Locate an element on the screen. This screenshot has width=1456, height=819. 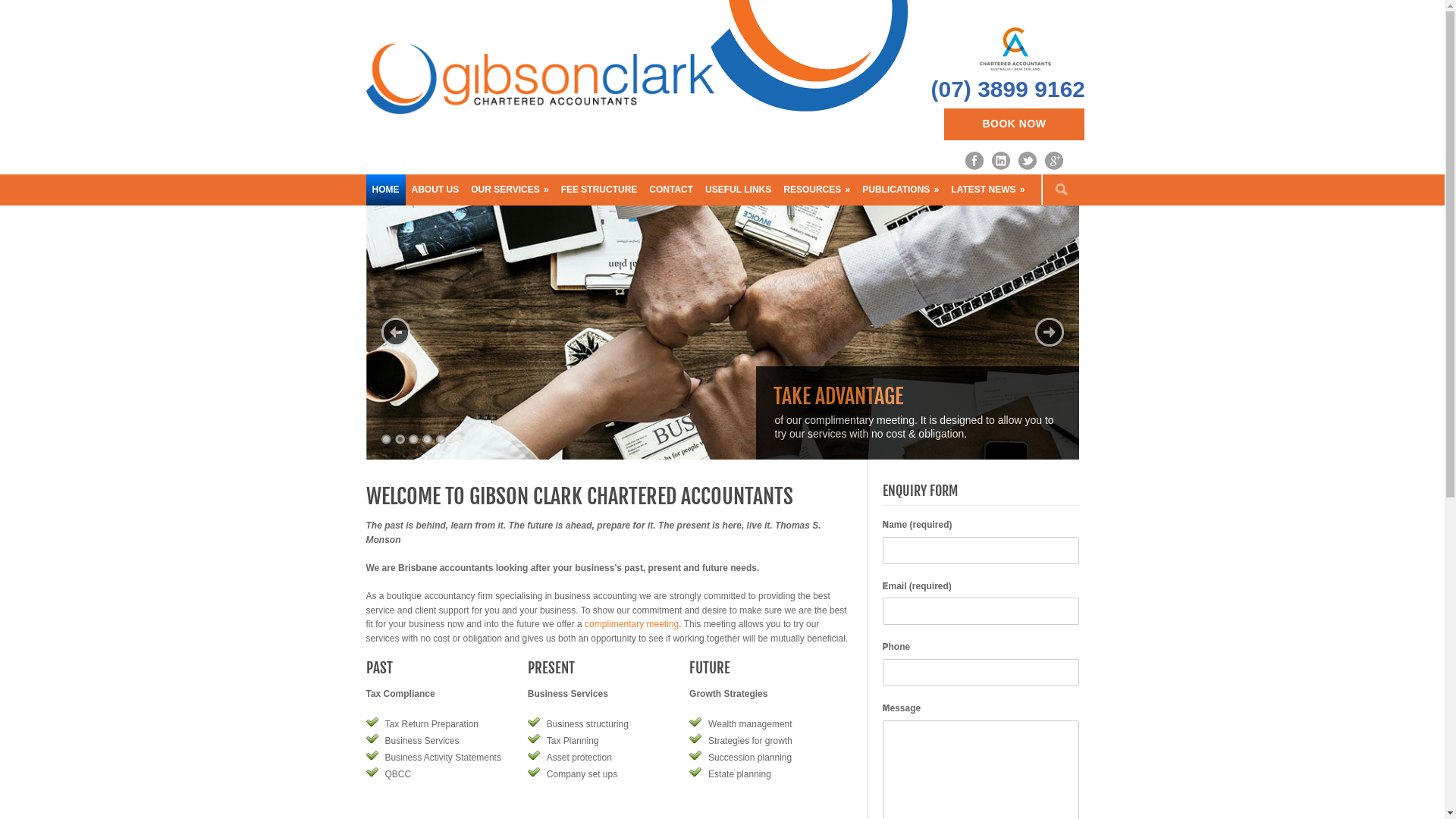
'5' is located at coordinates (439, 439).